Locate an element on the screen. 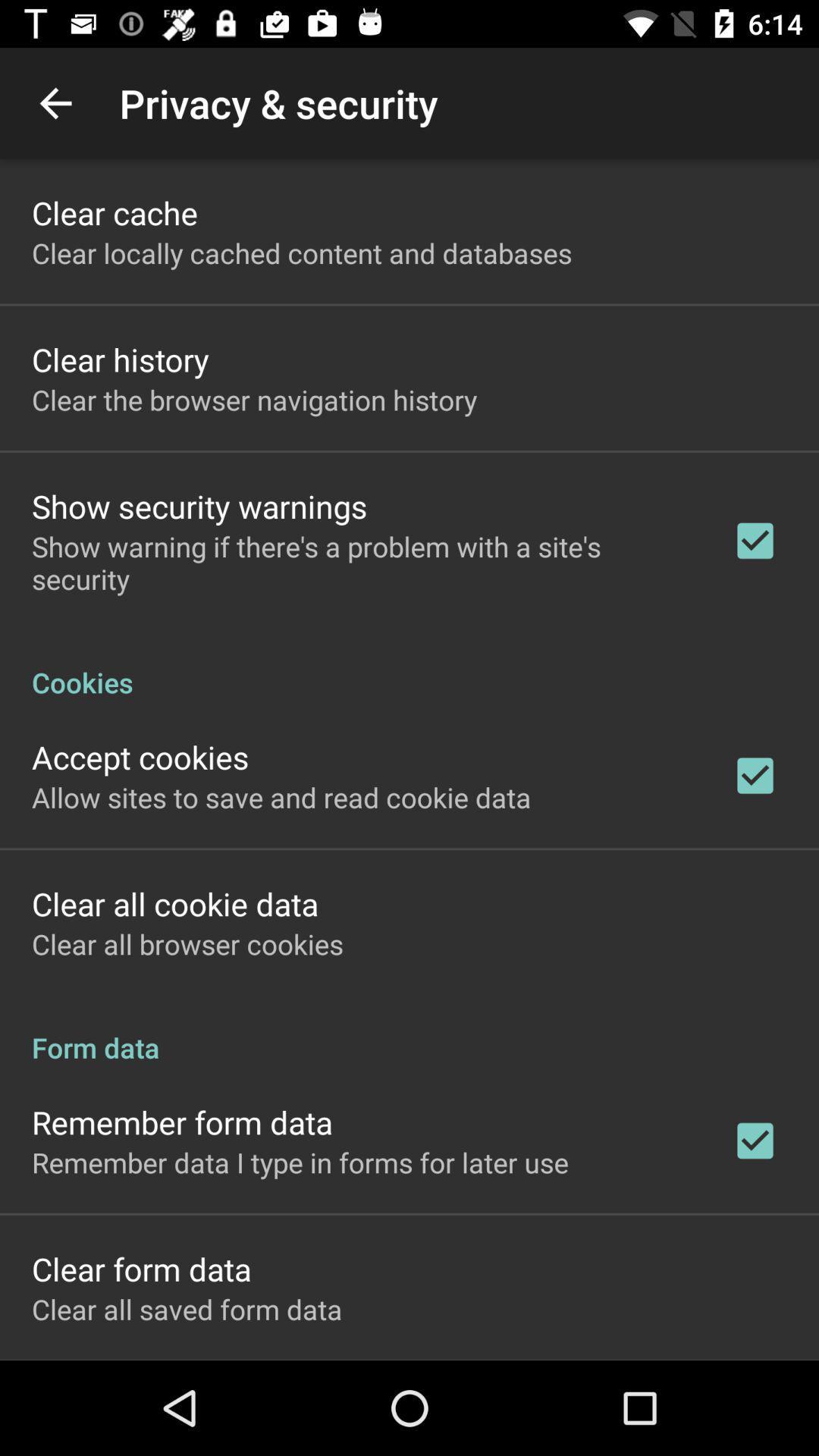 This screenshot has height=1456, width=819. the icon below cookies is located at coordinates (140, 757).